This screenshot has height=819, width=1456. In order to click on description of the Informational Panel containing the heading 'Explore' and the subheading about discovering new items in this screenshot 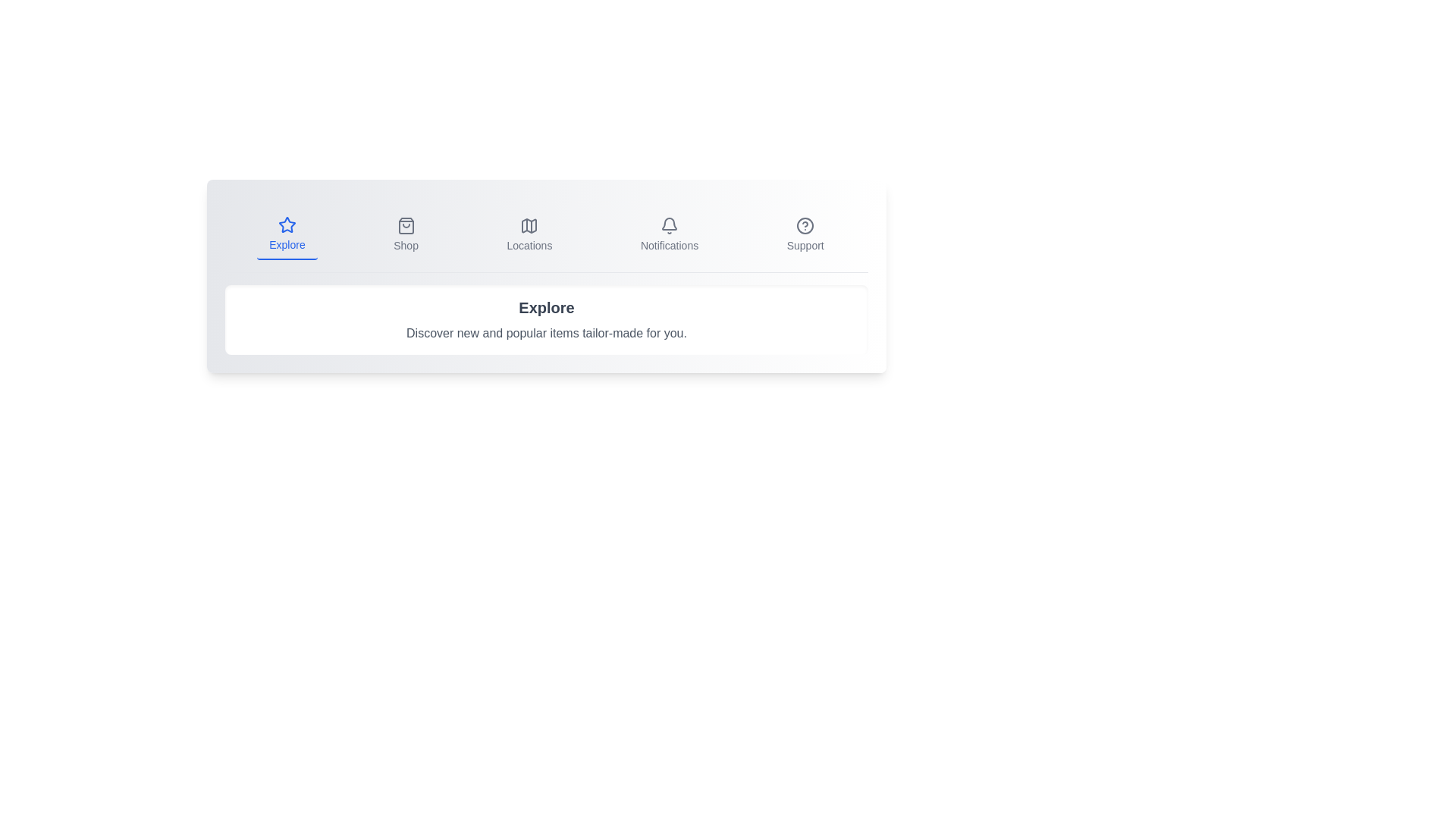, I will do `click(546, 318)`.